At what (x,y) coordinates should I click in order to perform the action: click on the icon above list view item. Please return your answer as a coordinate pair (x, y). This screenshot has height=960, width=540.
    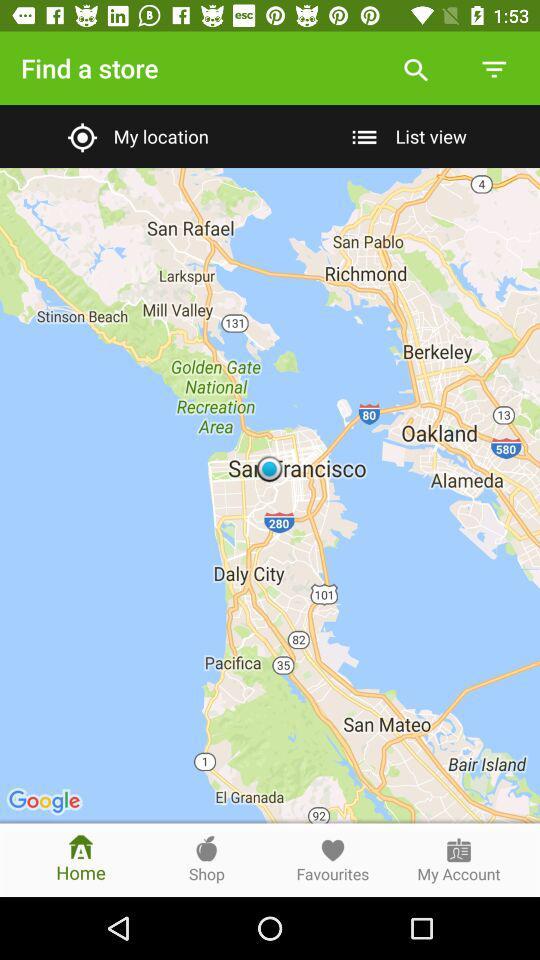
    Looking at the image, I should click on (492, 68).